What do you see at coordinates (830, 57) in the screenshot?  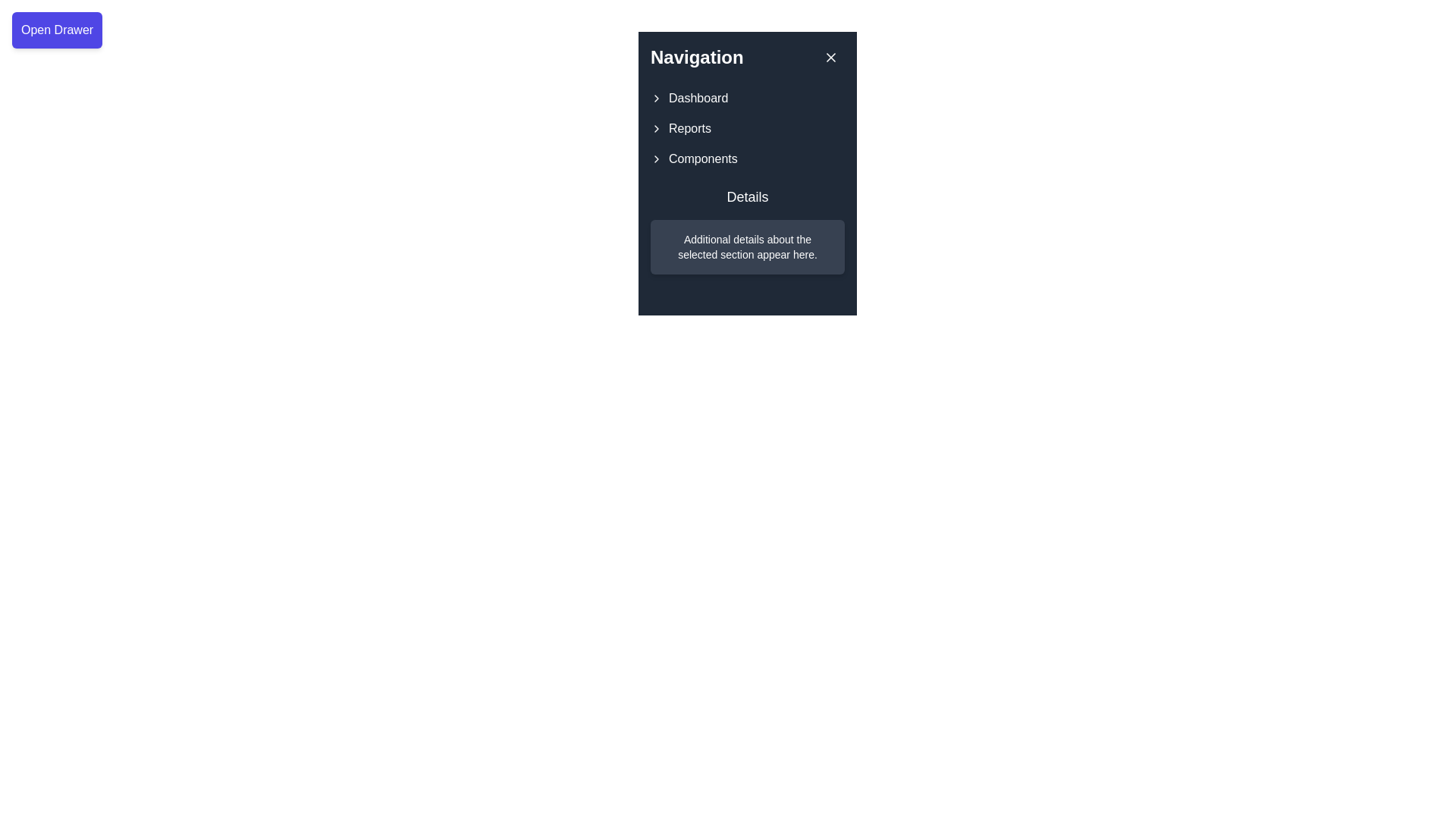 I see `the 'X' shaped close button icon located in the top-right corner of the navigation panel` at bounding box center [830, 57].